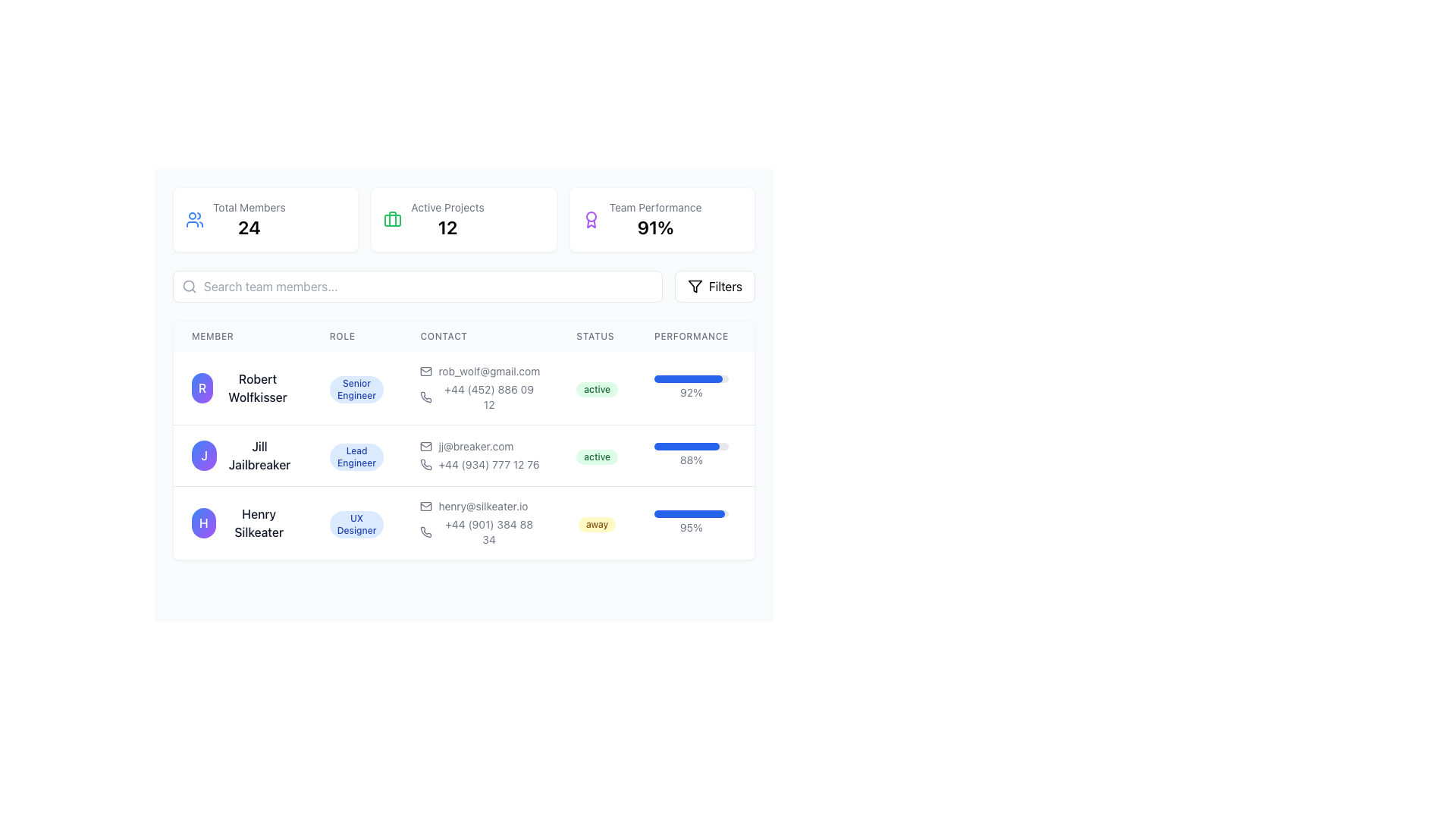 This screenshot has width=1456, height=819. Describe the element at coordinates (596, 388) in the screenshot. I see `the 'active' status indicator badge for 'Robert Wolfkisser' located in the 'Status' column of the first row in the table` at that location.